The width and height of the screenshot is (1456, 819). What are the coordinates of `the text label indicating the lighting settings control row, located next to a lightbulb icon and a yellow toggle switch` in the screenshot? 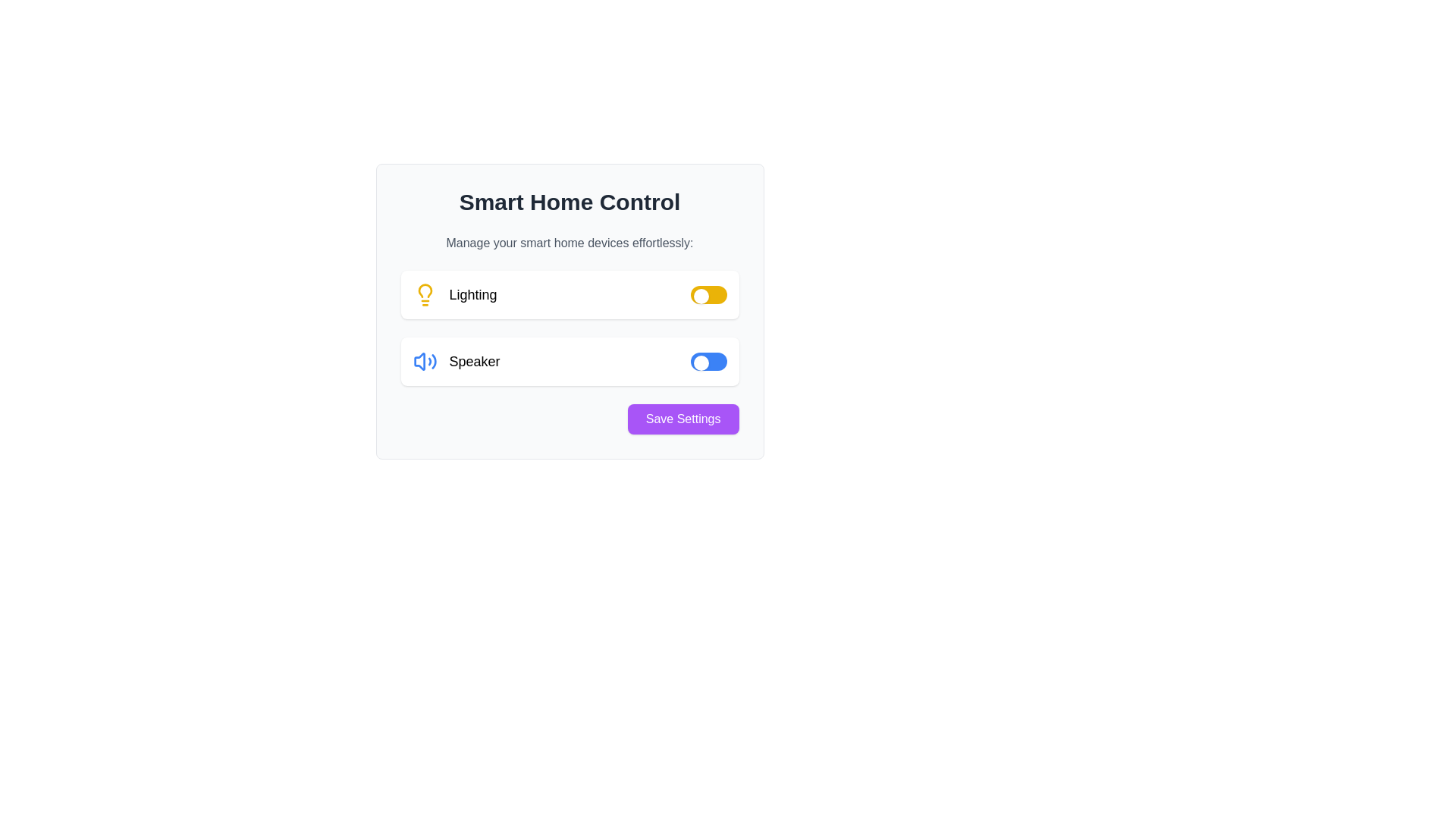 It's located at (472, 295).